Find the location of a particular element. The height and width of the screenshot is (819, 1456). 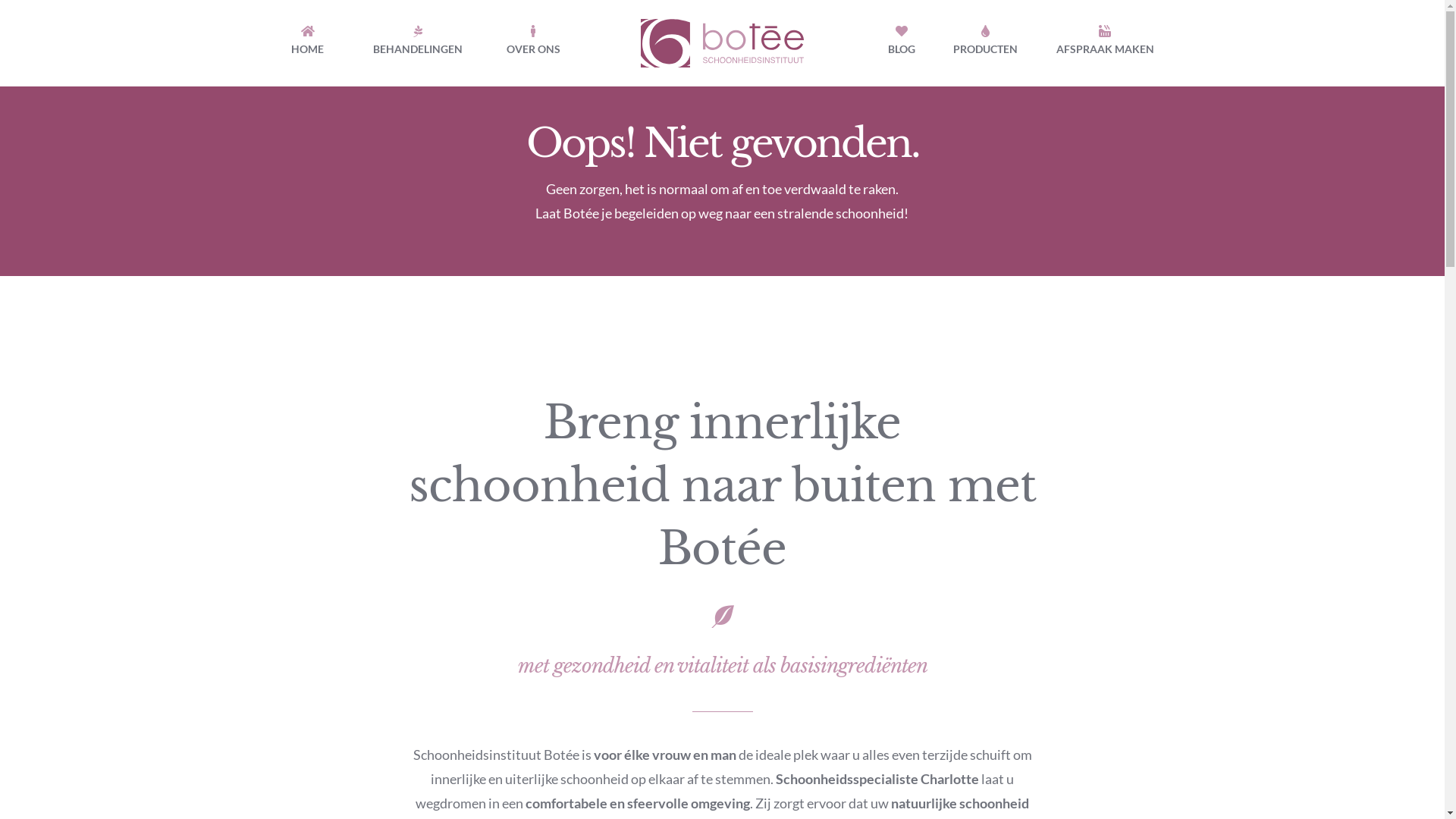

'BLOG' is located at coordinates (902, 42).